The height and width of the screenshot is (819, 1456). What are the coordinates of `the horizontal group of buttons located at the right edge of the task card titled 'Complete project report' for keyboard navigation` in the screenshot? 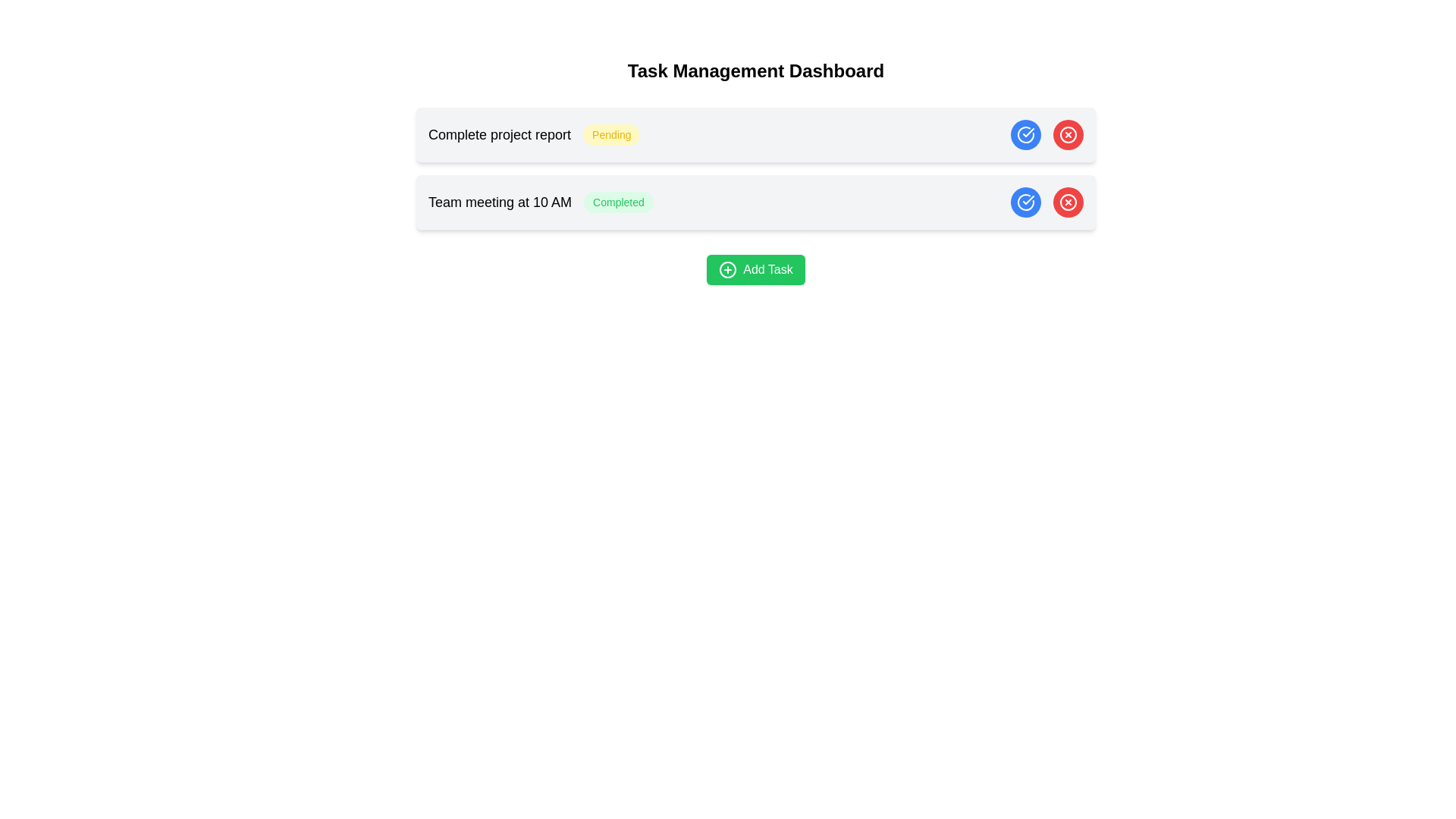 It's located at (1046, 133).